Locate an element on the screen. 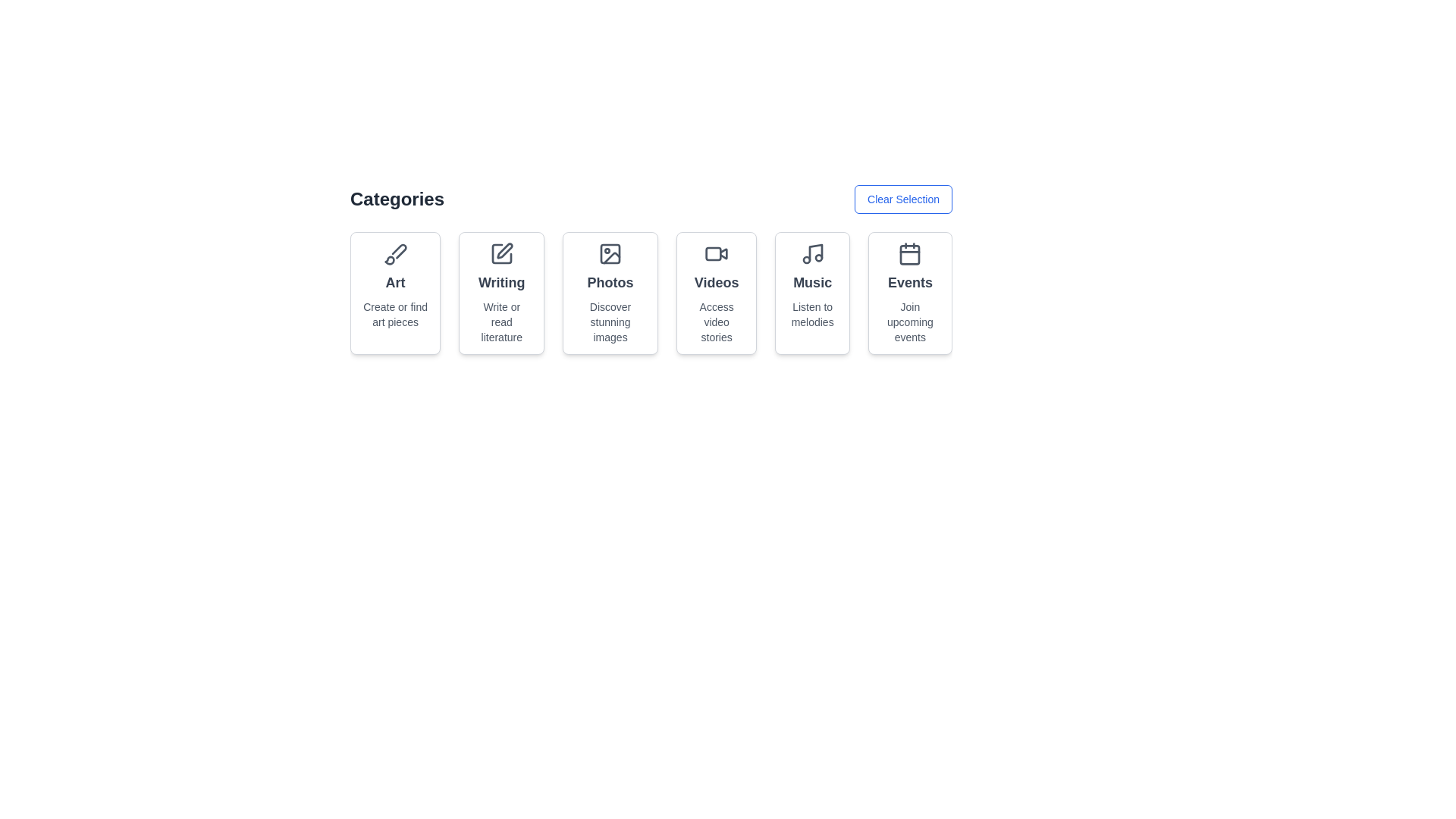  text displayed in the 'Writing' label, which is in bold and text-gray-700 style, located below the pen and paper icon and above the description 'Write or read literature' is located at coordinates (501, 283).